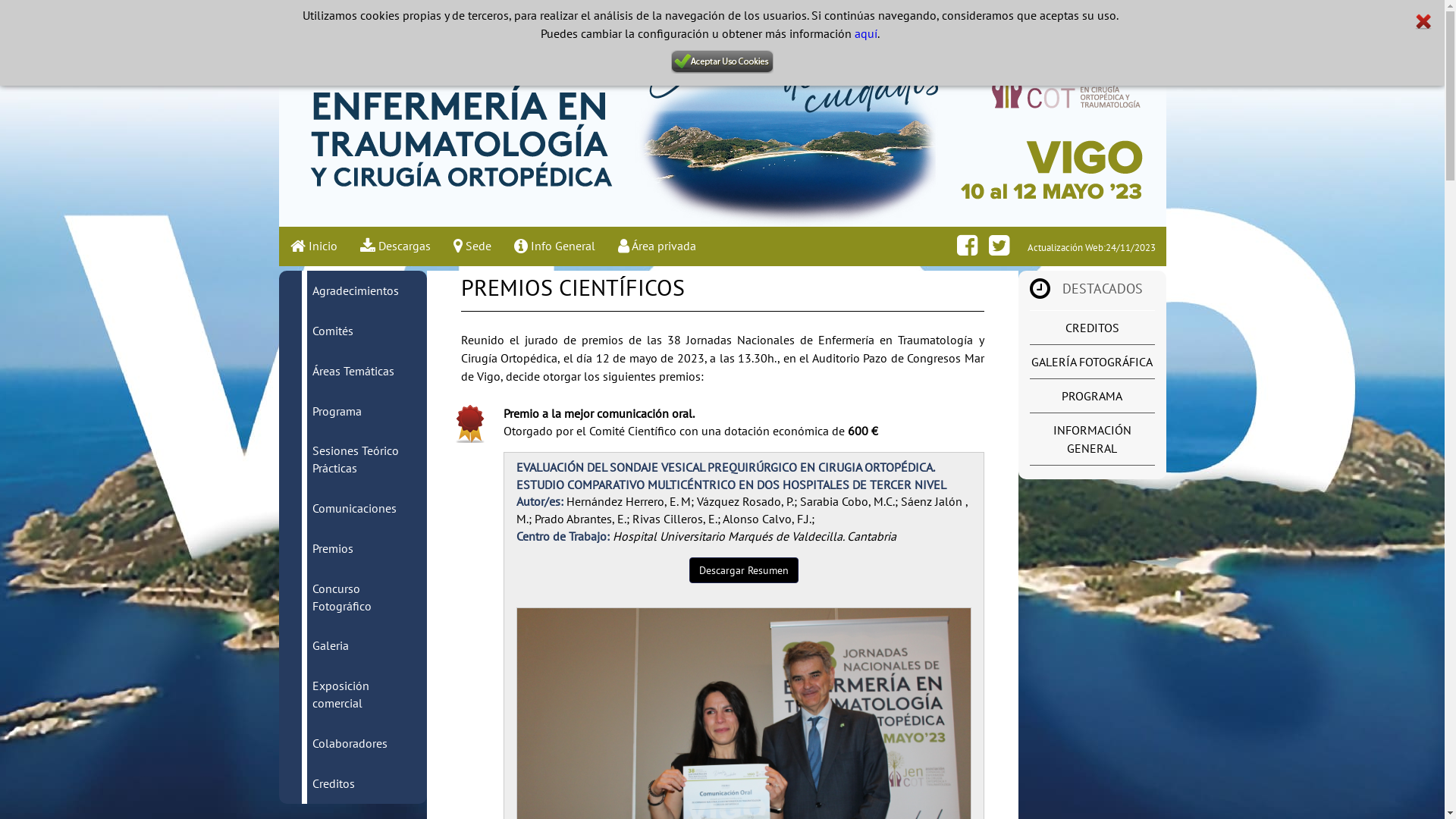 Image resolution: width=1456 pixels, height=819 pixels. I want to click on 'Aceptar uso de cookies', so click(721, 61).